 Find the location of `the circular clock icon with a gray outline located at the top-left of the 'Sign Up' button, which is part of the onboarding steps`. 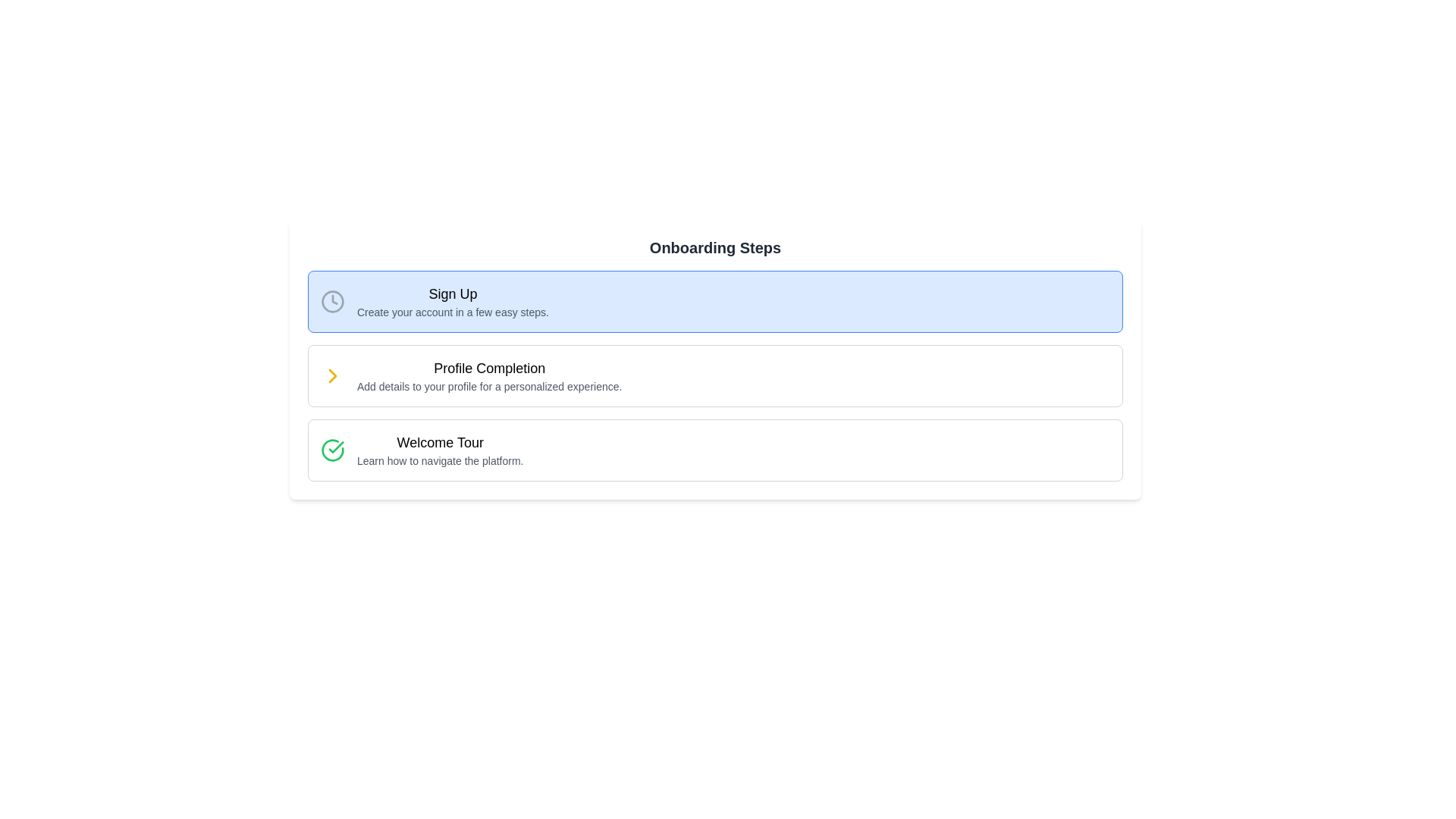

the circular clock icon with a gray outline located at the top-left of the 'Sign Up' button, which is part of the onboarding steps is located at coordinates (331, 301).